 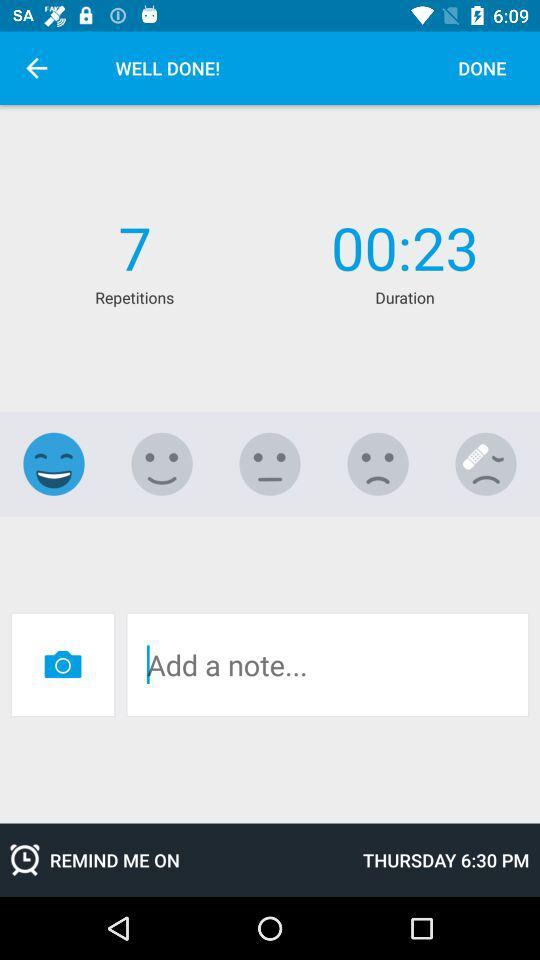 What do you see at coordinates (161, 464) in the screenshot?
I see `this rating` at bounding box center [161, 464].